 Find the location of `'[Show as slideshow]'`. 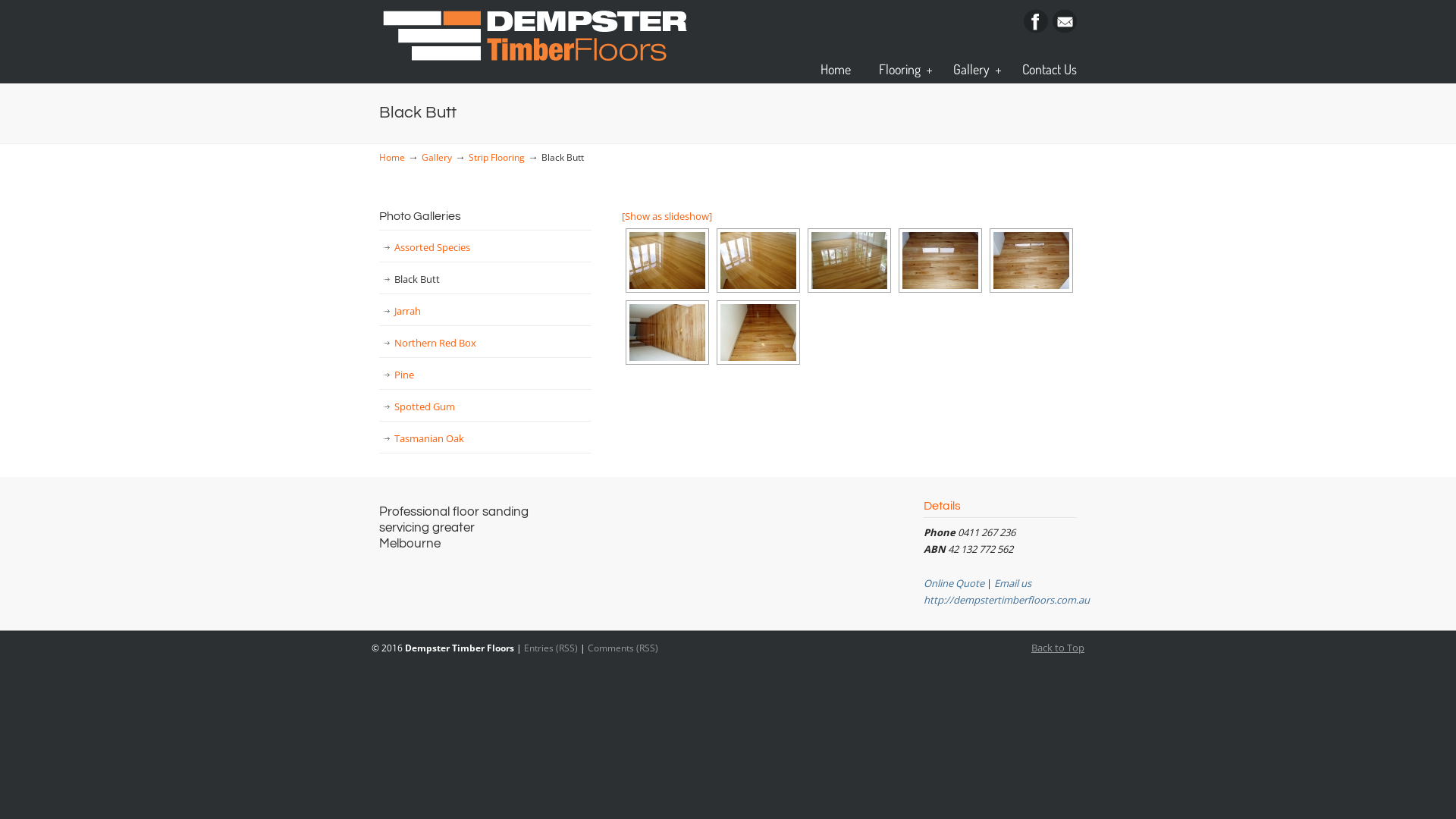

'[Show as slideshow]' is located at coordinates (622, 216).